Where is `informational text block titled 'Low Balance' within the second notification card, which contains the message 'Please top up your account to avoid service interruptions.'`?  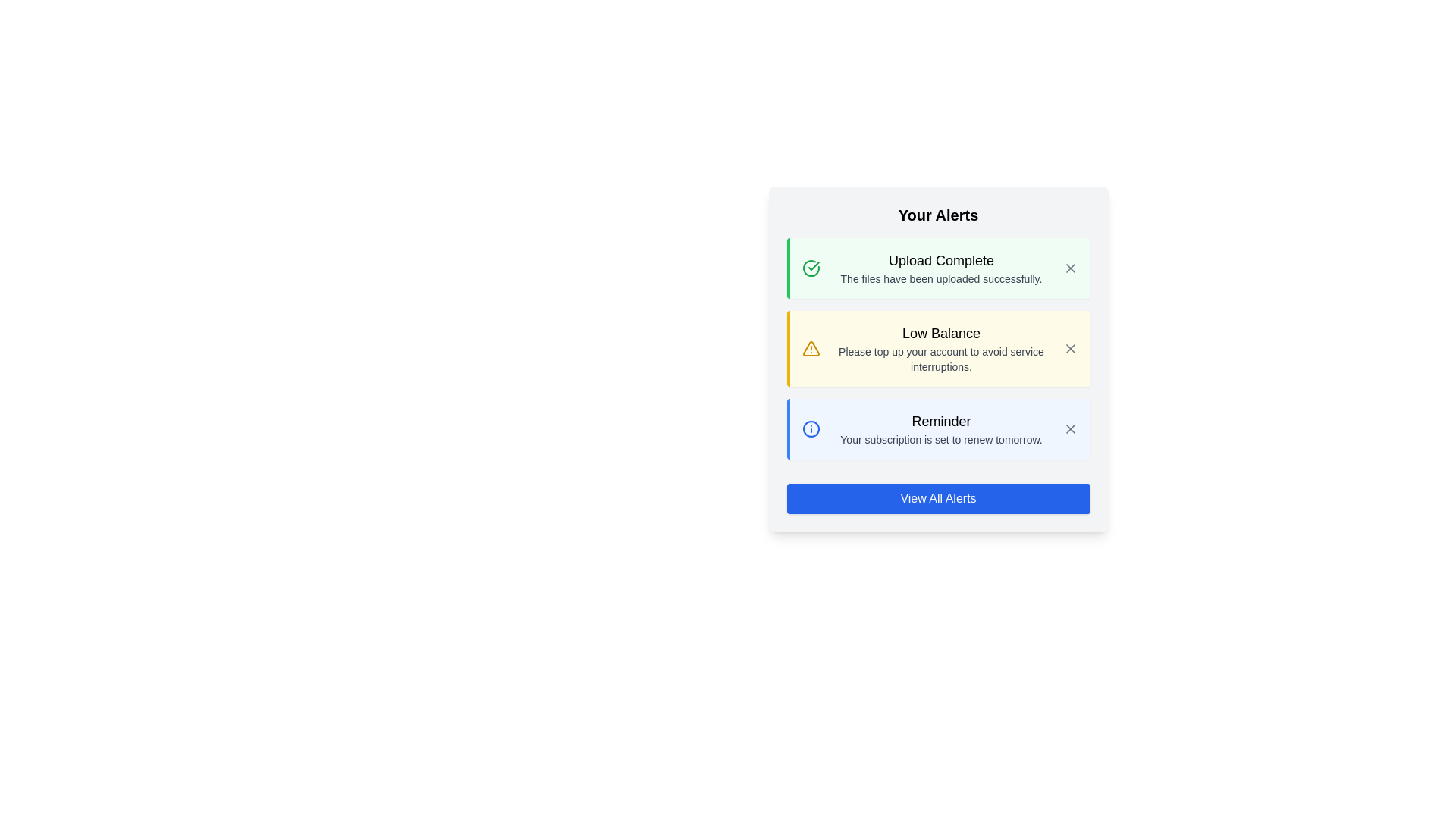 informational text block titled 'Low Balance' within the second notification card, which contains the message 'Please top up your account to avoid service interruptions.' is located at coordinates (940, 348).